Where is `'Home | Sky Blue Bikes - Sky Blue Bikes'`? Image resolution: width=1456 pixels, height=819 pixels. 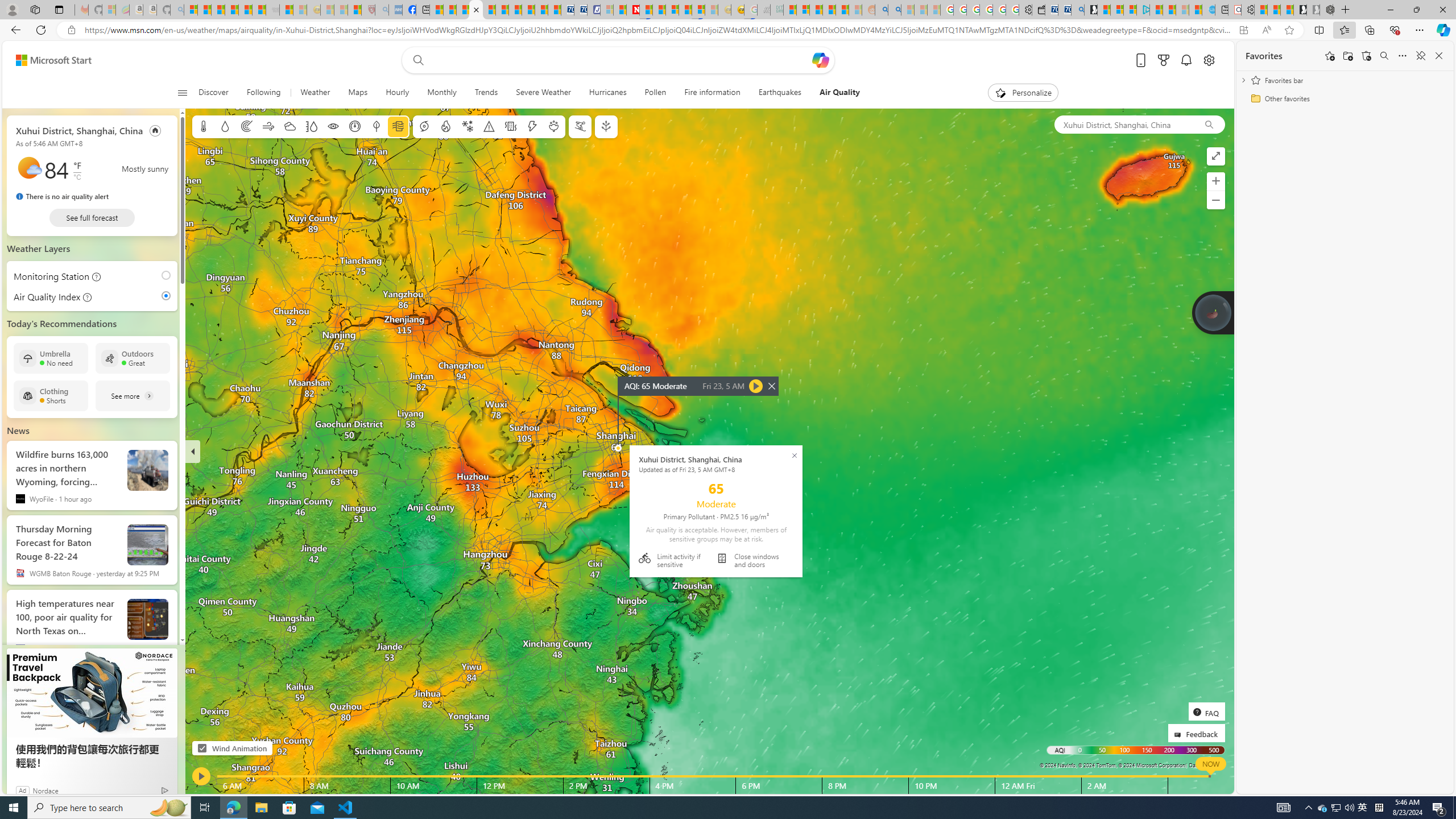
'Home | Sky Blue Bikes - Sky Blue Bikes' is located at coordinates (1207, 9).